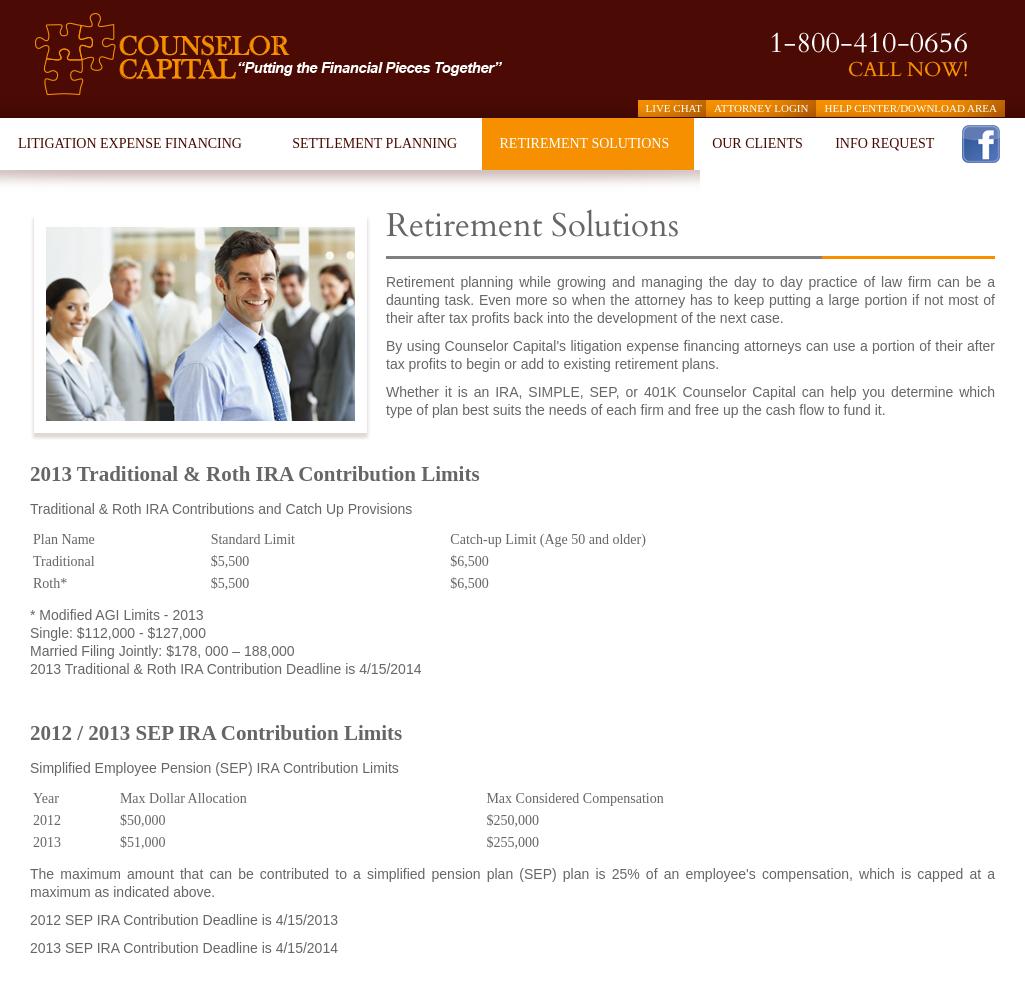 This screenshot has height=1000, width=1025. I want to click on 'SETTLEMENT PLANNING', so click(374, 143).